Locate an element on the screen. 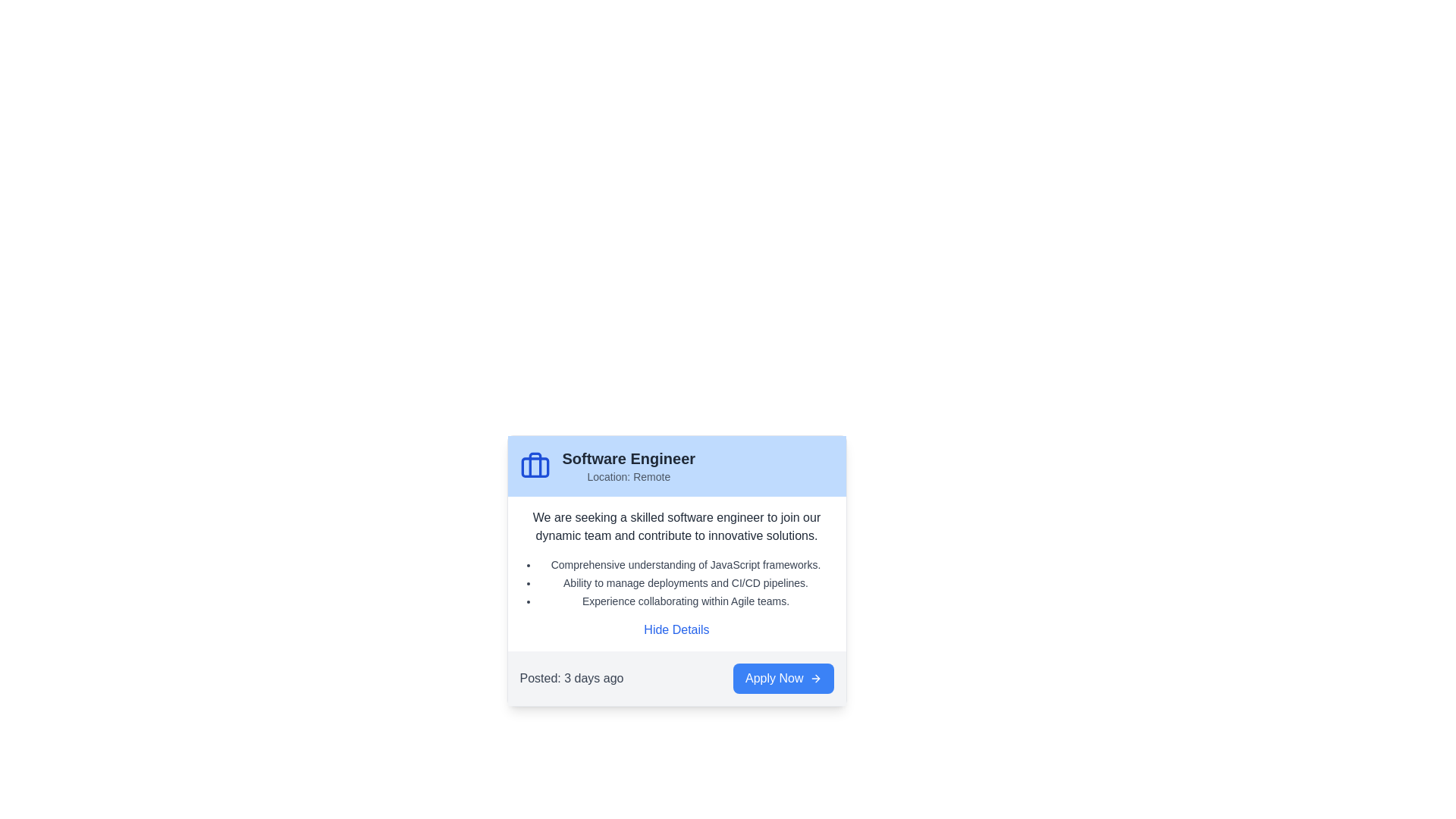 This screenshot has height=819, width=1456. text content of the third bullet point in the job description, which lists a required or desirable qualification for a software engineer position, located above the 'Hide Details' link is located at coordinates (685, 601).